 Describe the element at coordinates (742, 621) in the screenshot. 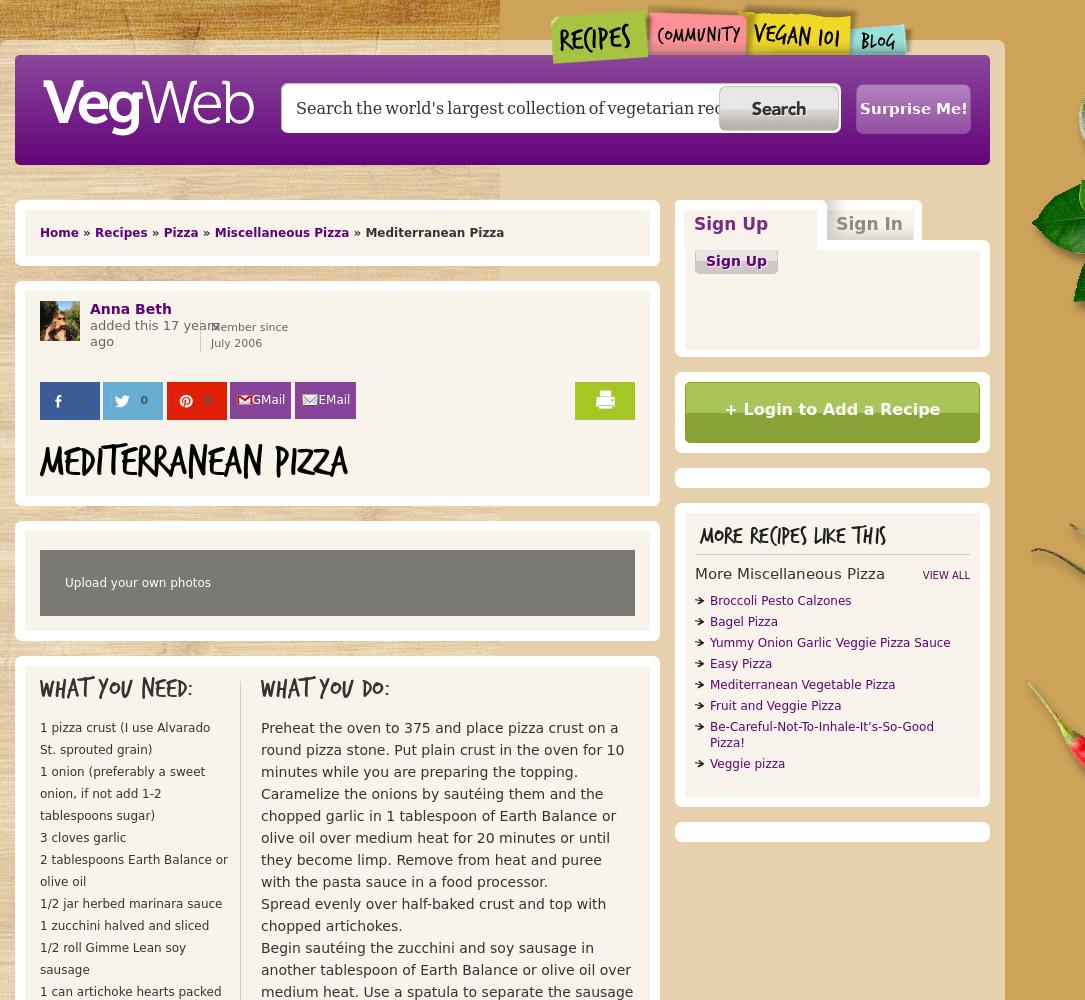

I see `'Bagel Pizza'` at that location.